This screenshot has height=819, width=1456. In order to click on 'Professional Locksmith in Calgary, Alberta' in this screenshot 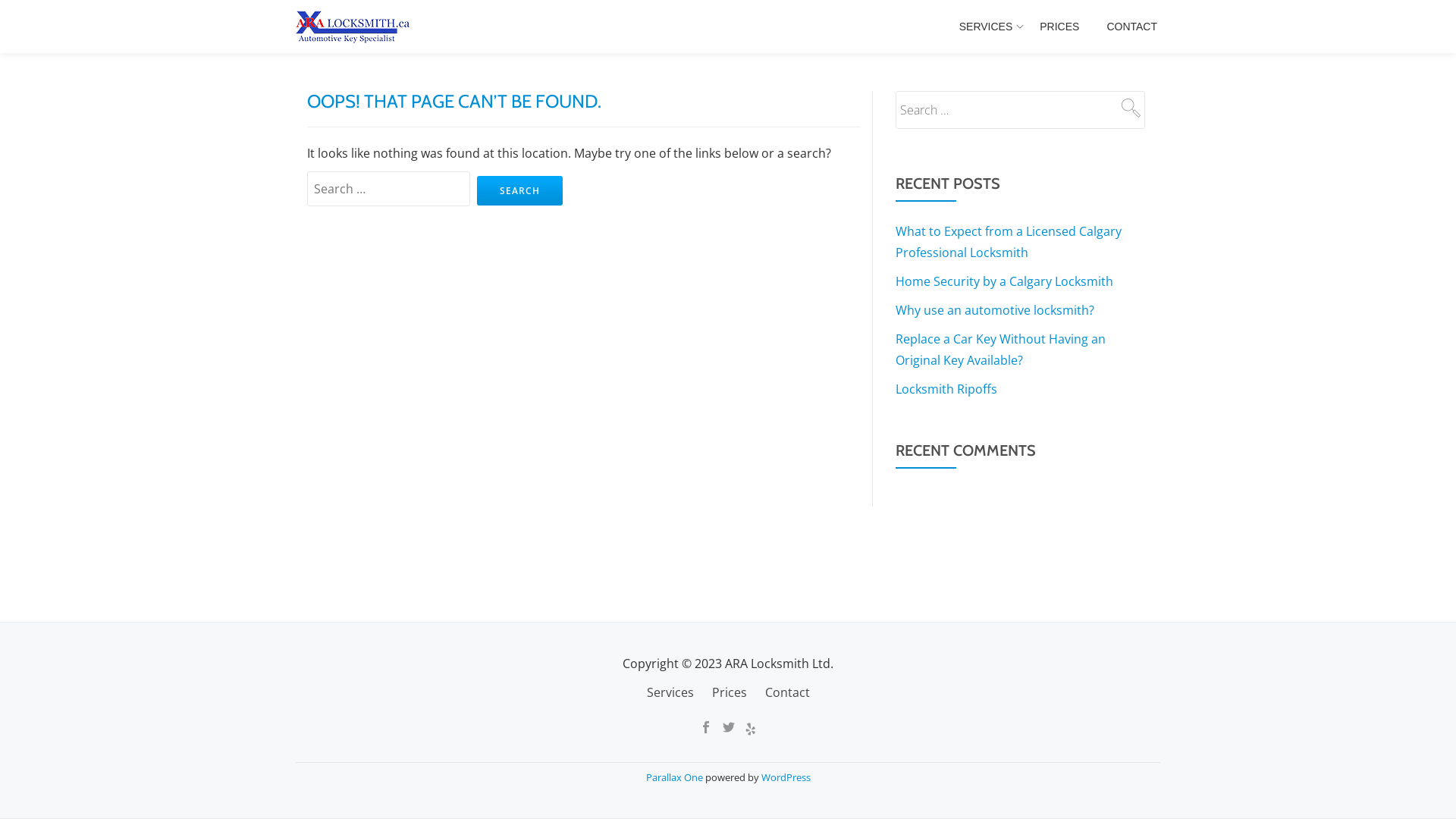, I will do `click(354, 26)`.